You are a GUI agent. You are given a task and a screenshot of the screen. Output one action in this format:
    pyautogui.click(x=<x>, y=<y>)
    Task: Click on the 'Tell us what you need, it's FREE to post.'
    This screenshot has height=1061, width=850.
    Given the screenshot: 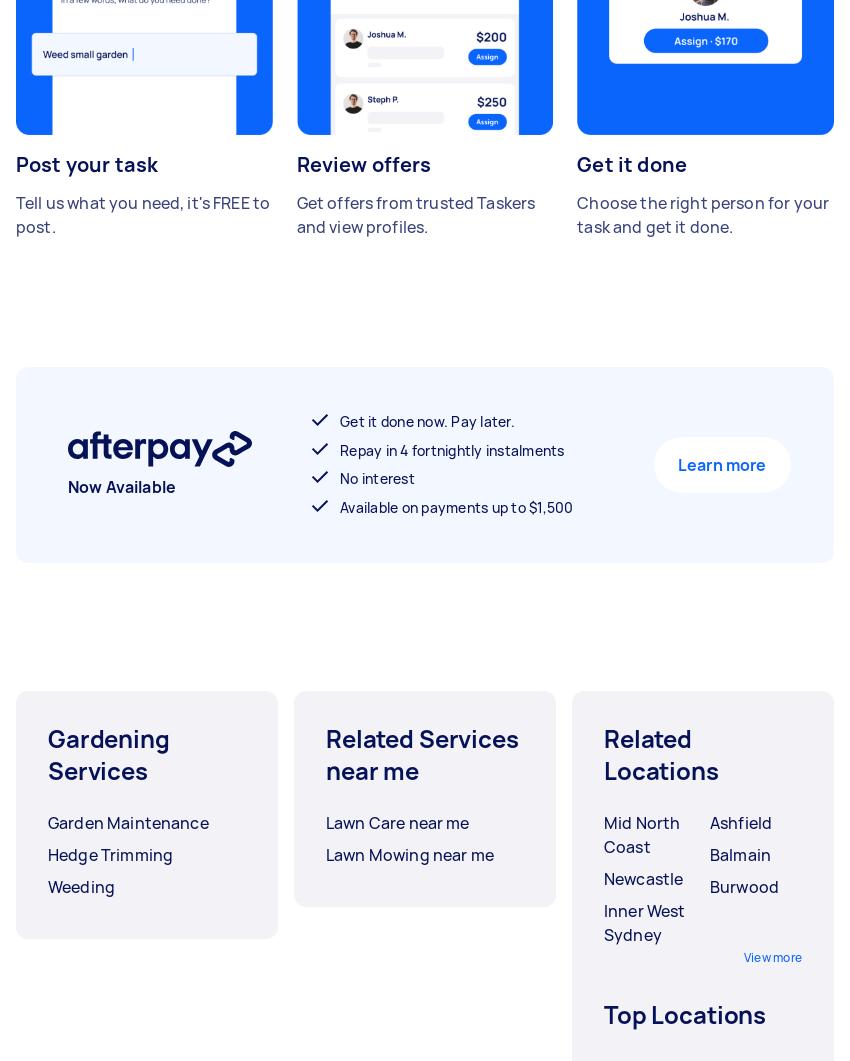 What is the action you would take?
    pyautogui.click(x=142, y=213)
    